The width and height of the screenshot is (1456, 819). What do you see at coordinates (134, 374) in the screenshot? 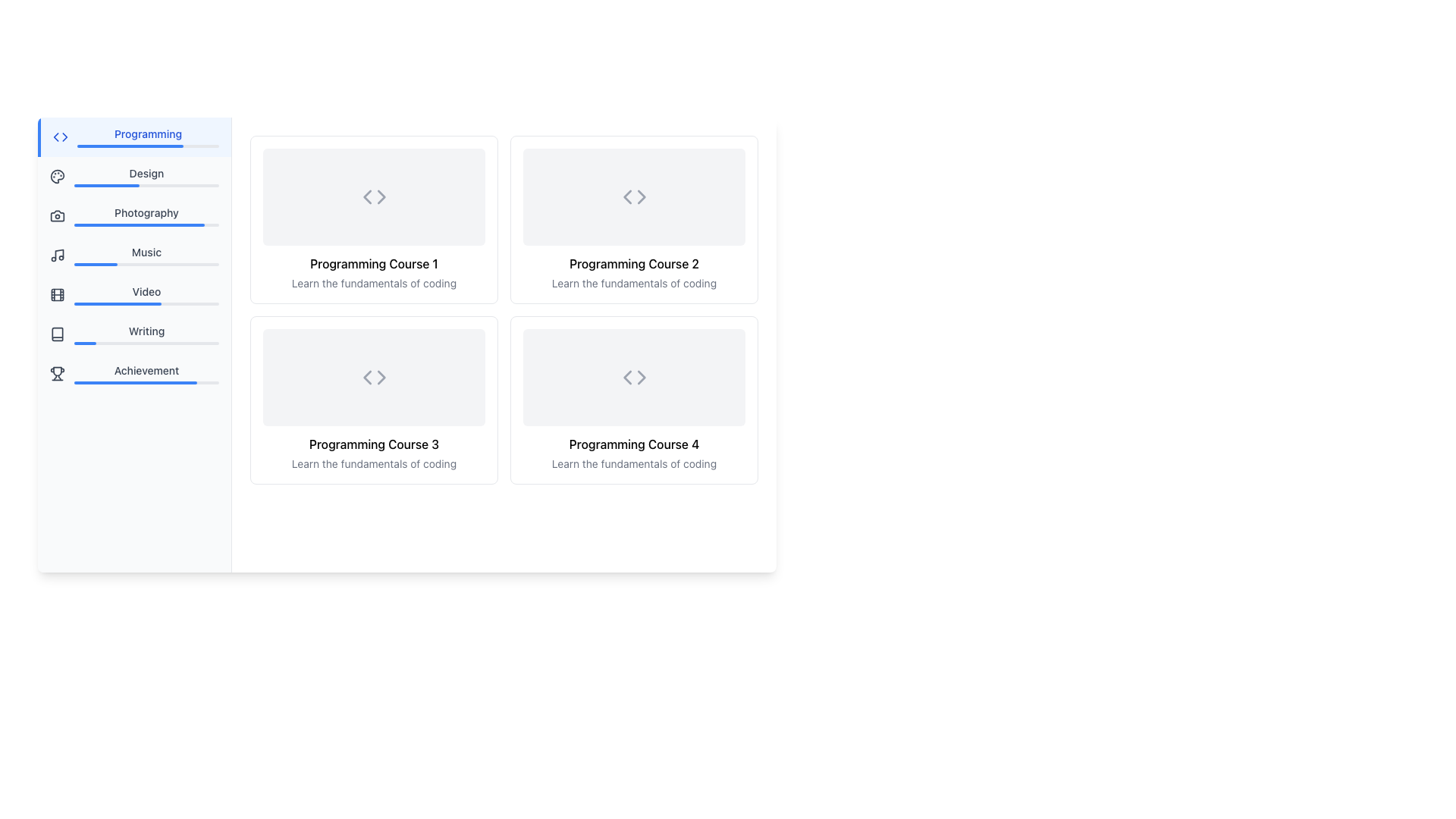
I see `the 'Achievement' menu item, which is the seventh item in the vertical list of menu items on the left-hand sidebar` at bounding box center [134, 374].